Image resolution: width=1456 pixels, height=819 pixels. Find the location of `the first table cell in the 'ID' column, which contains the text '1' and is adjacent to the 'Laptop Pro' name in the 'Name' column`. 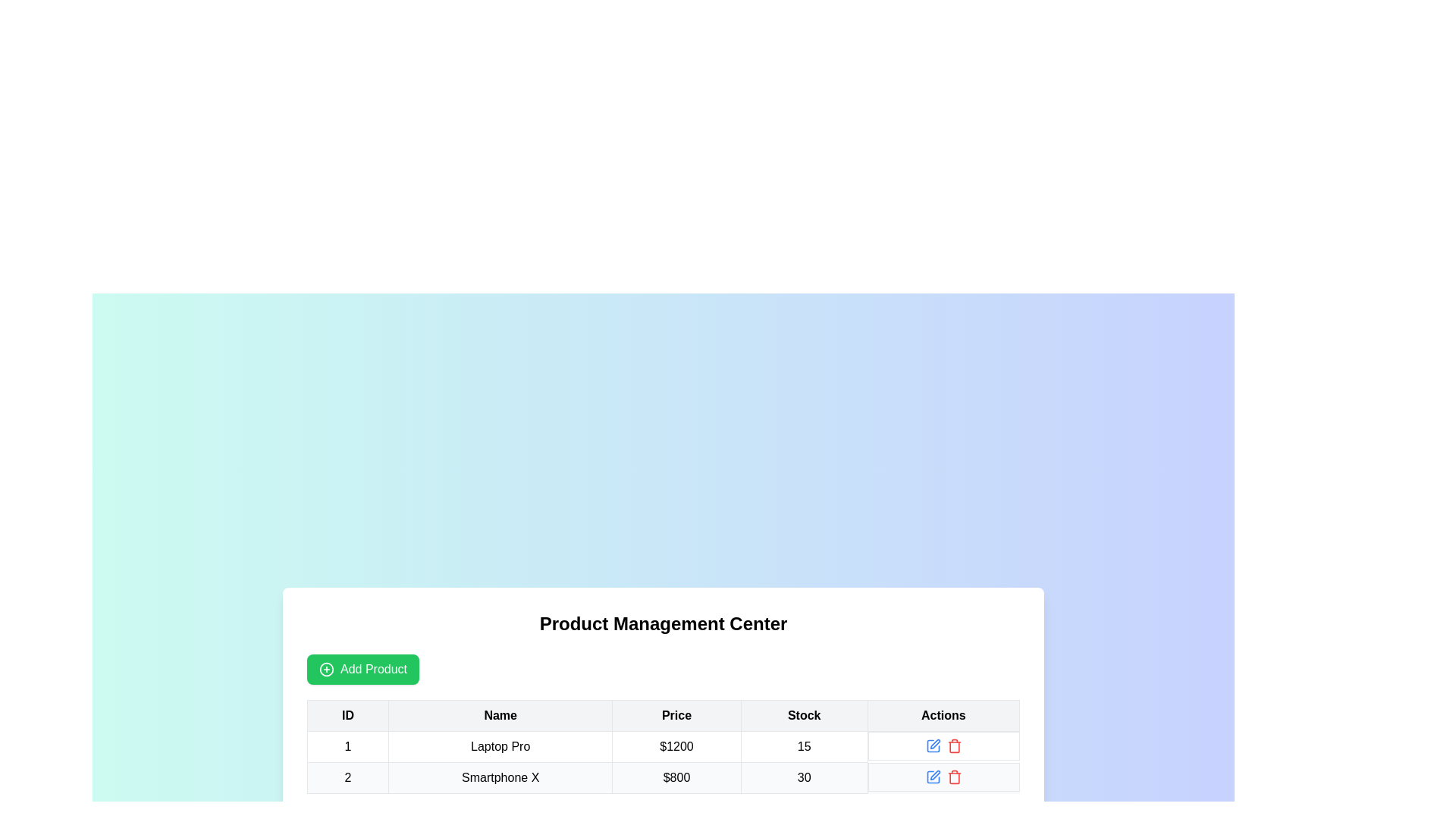

the first table cell in the 'ID' column, which contains the text '1' and is adjacent to the 'Laptop Pro' name in the 'Name' column is located at coordinates (347, 745).